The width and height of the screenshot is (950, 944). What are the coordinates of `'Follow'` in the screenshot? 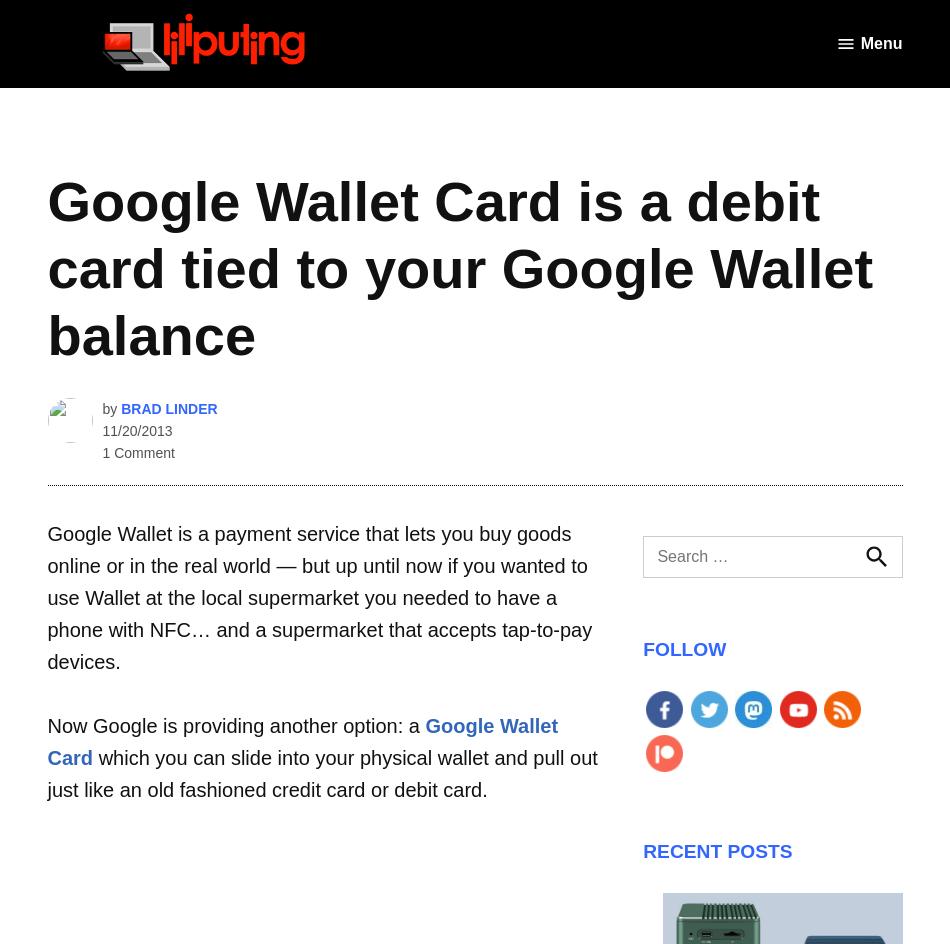 It's located at (684, 648).